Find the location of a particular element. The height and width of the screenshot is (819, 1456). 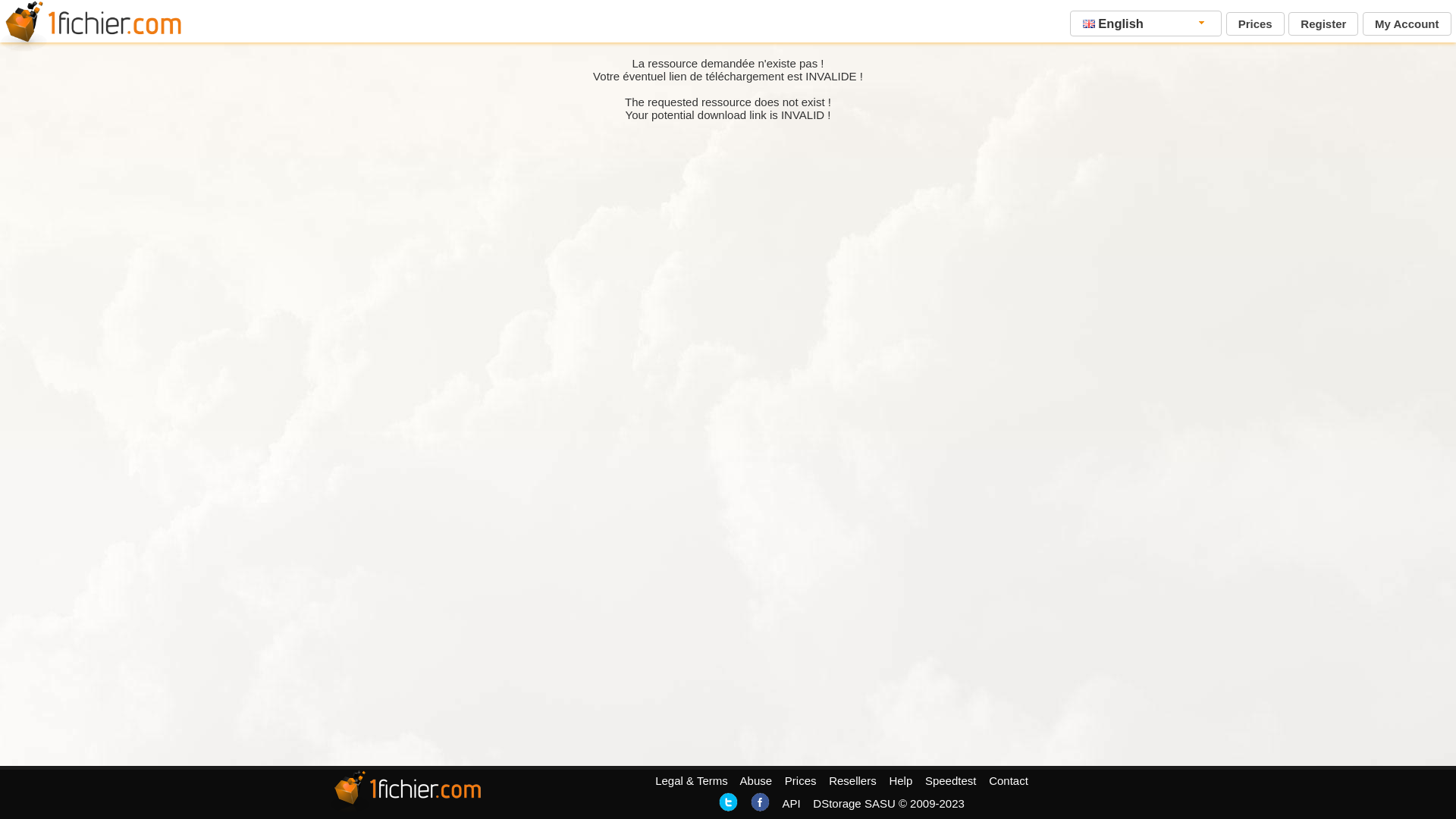

'Speedtest' is located at coordinates (924, 780).